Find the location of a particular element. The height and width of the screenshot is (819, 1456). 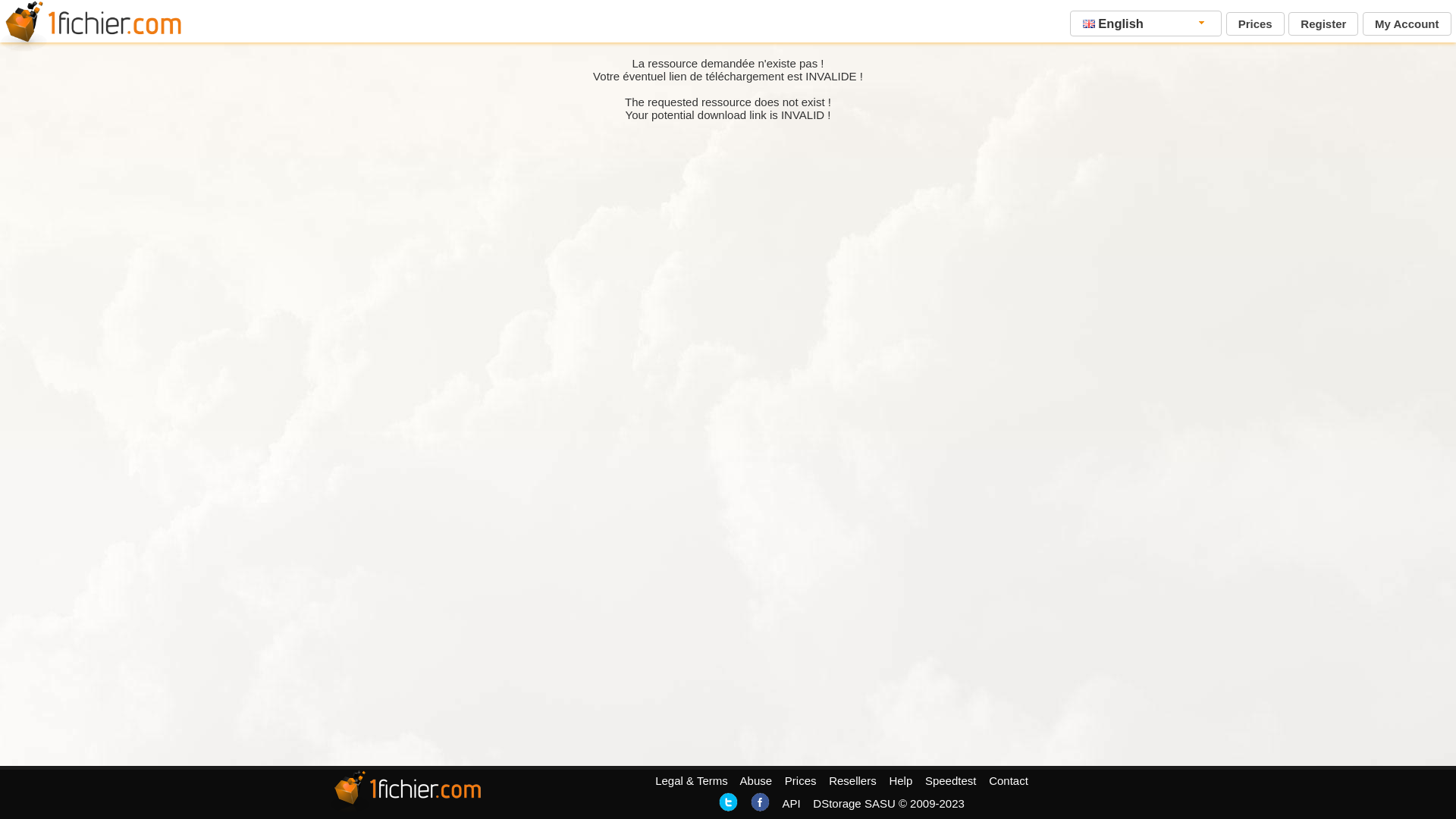

'Speedtest' is located at coordinates (924, 780).